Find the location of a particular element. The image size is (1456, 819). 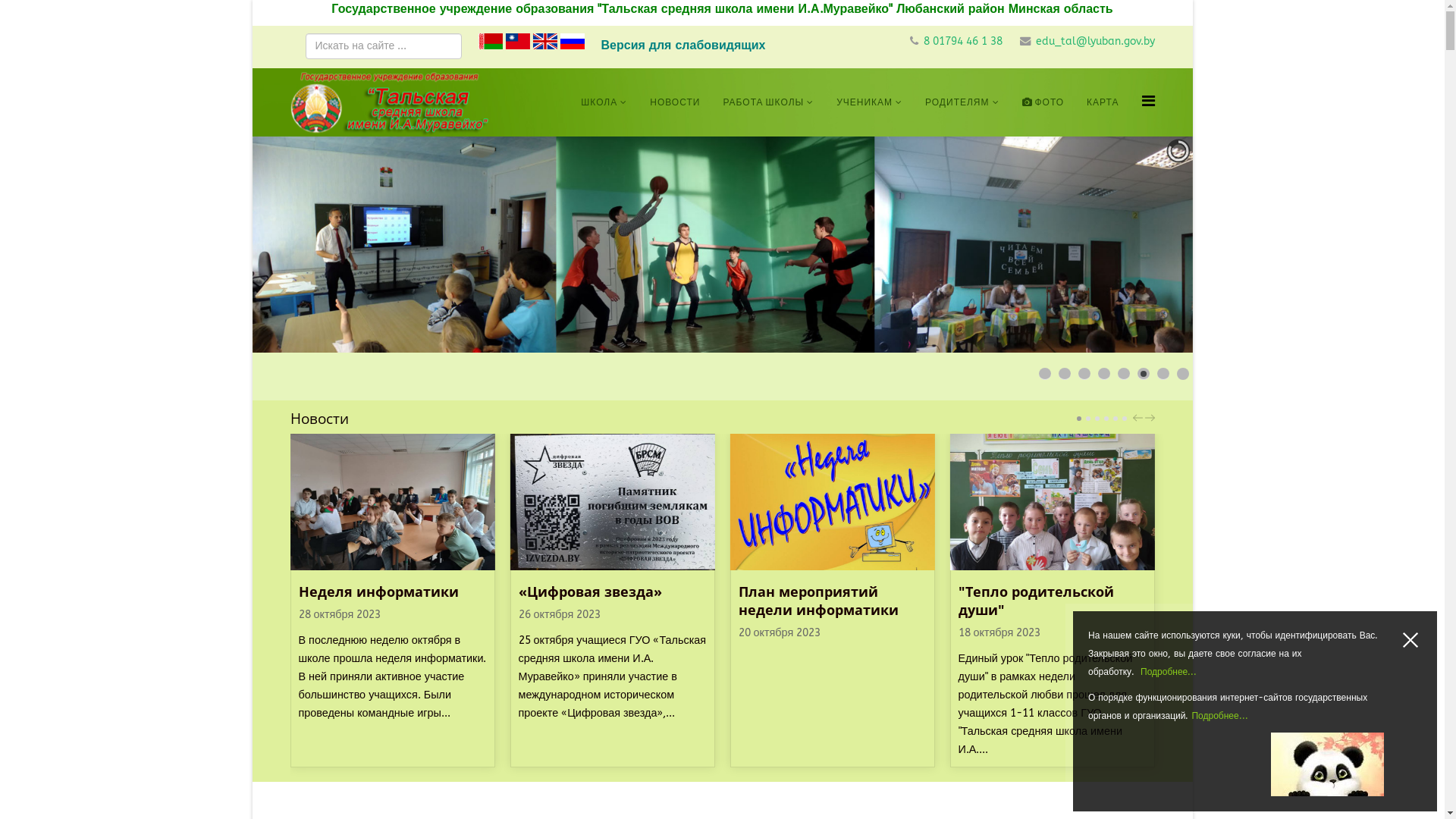

'Helix Megamenu Options' is located at coordinates (1148, 100).